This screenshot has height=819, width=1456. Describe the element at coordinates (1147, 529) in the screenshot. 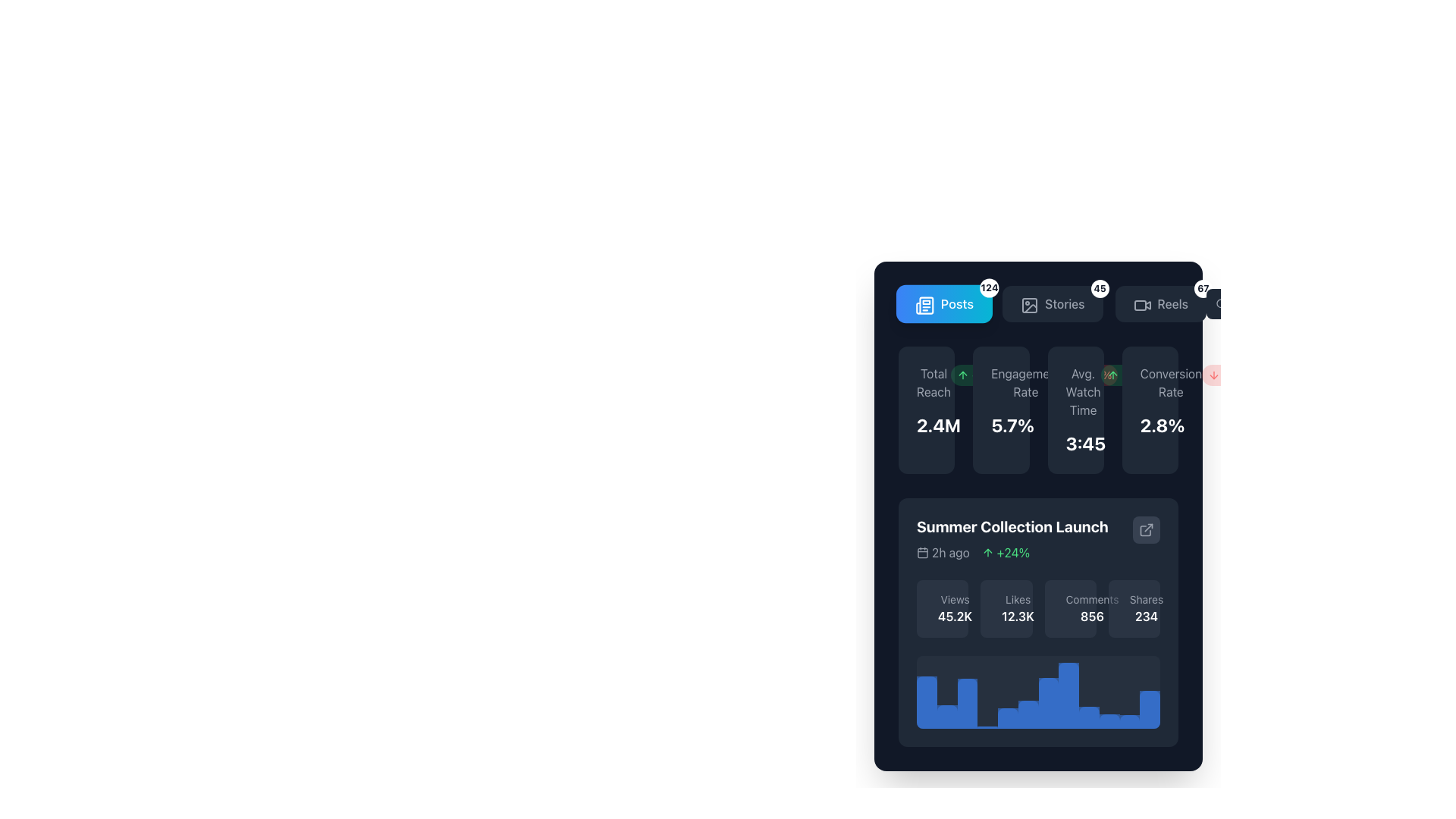

I see `the square-shaped button with a dark gray background and an arrow icon in the top-right corner of the 'Summer Collection Launch' section for accessibility` at that location.